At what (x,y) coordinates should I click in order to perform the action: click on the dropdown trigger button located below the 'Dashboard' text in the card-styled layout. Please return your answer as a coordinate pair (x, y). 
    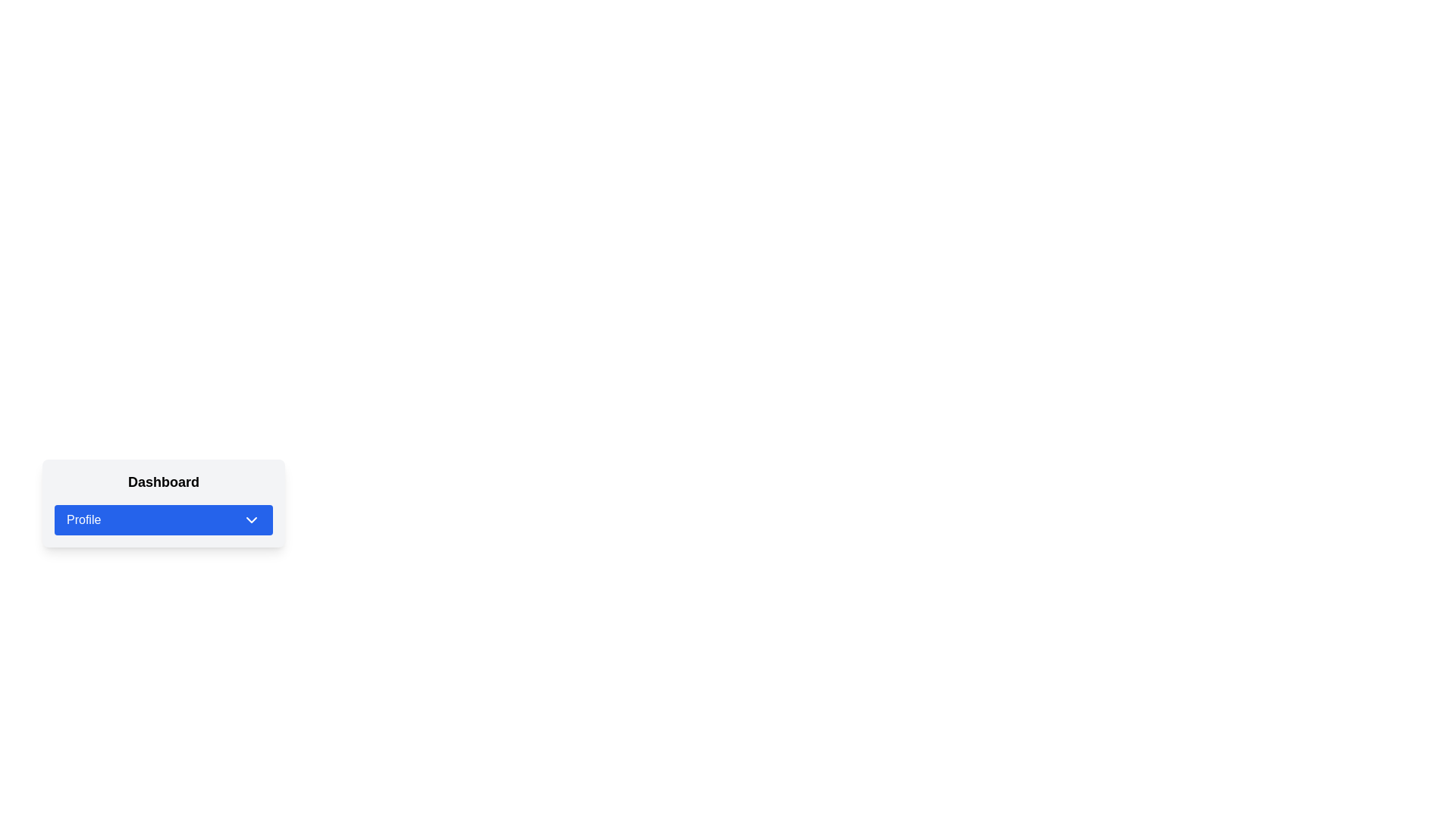
    Looking at the image, I should click on (164, 503).